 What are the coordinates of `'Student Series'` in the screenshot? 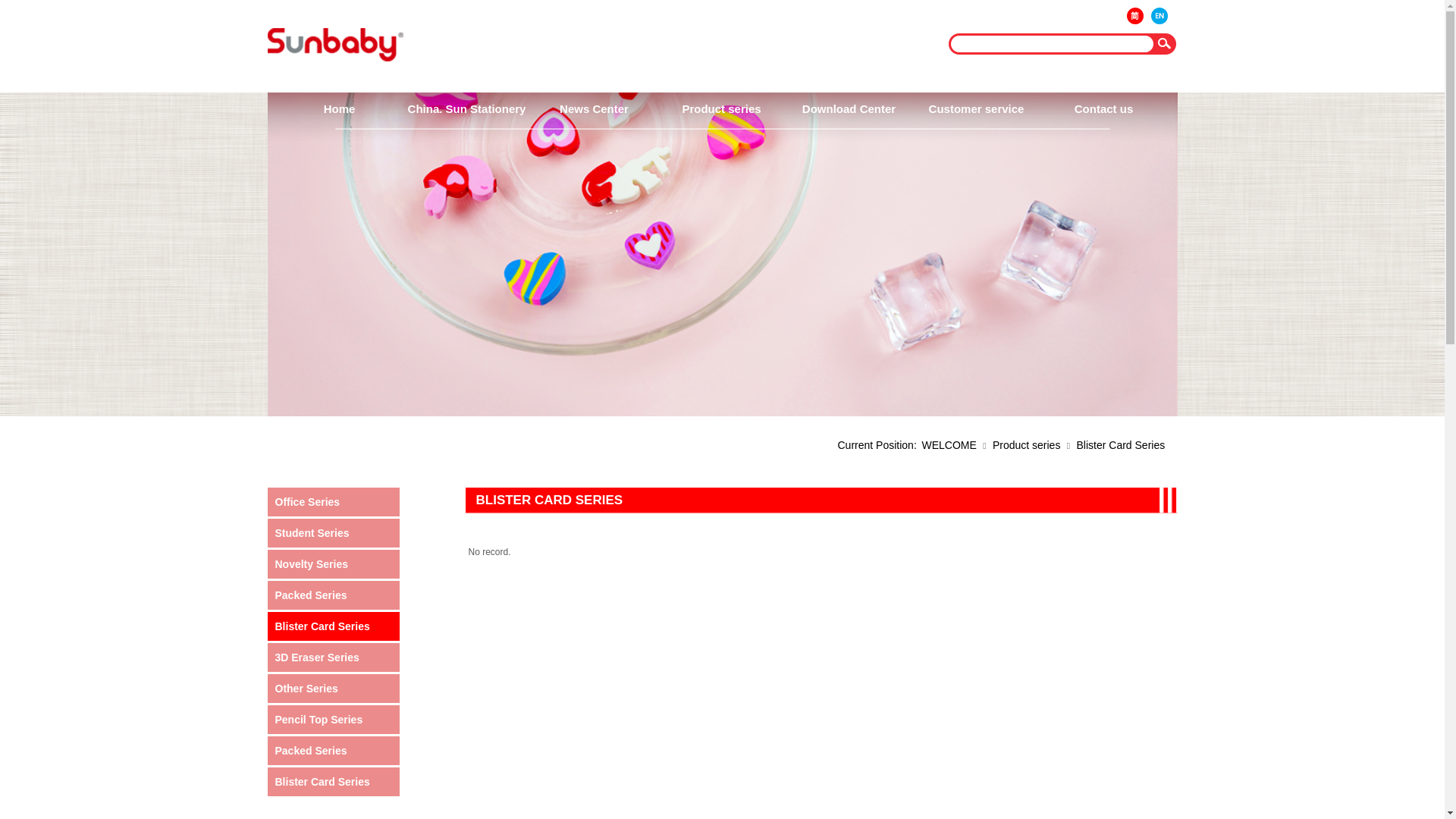 It's located at (334, 532).